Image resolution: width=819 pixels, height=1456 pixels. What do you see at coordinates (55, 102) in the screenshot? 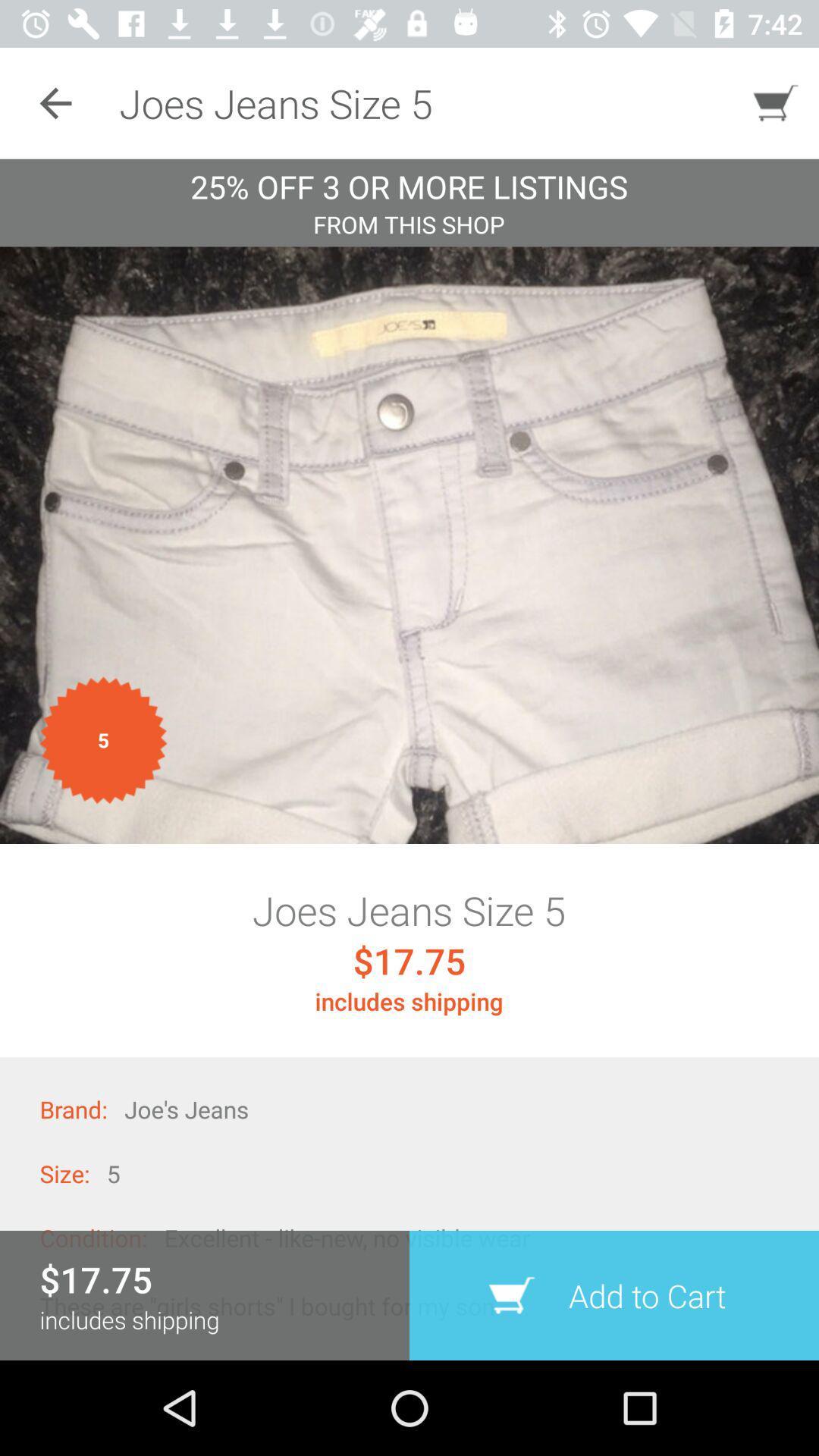
I see `the icon to the left of the joes jeans size icon` at bounding box center [55, 102].